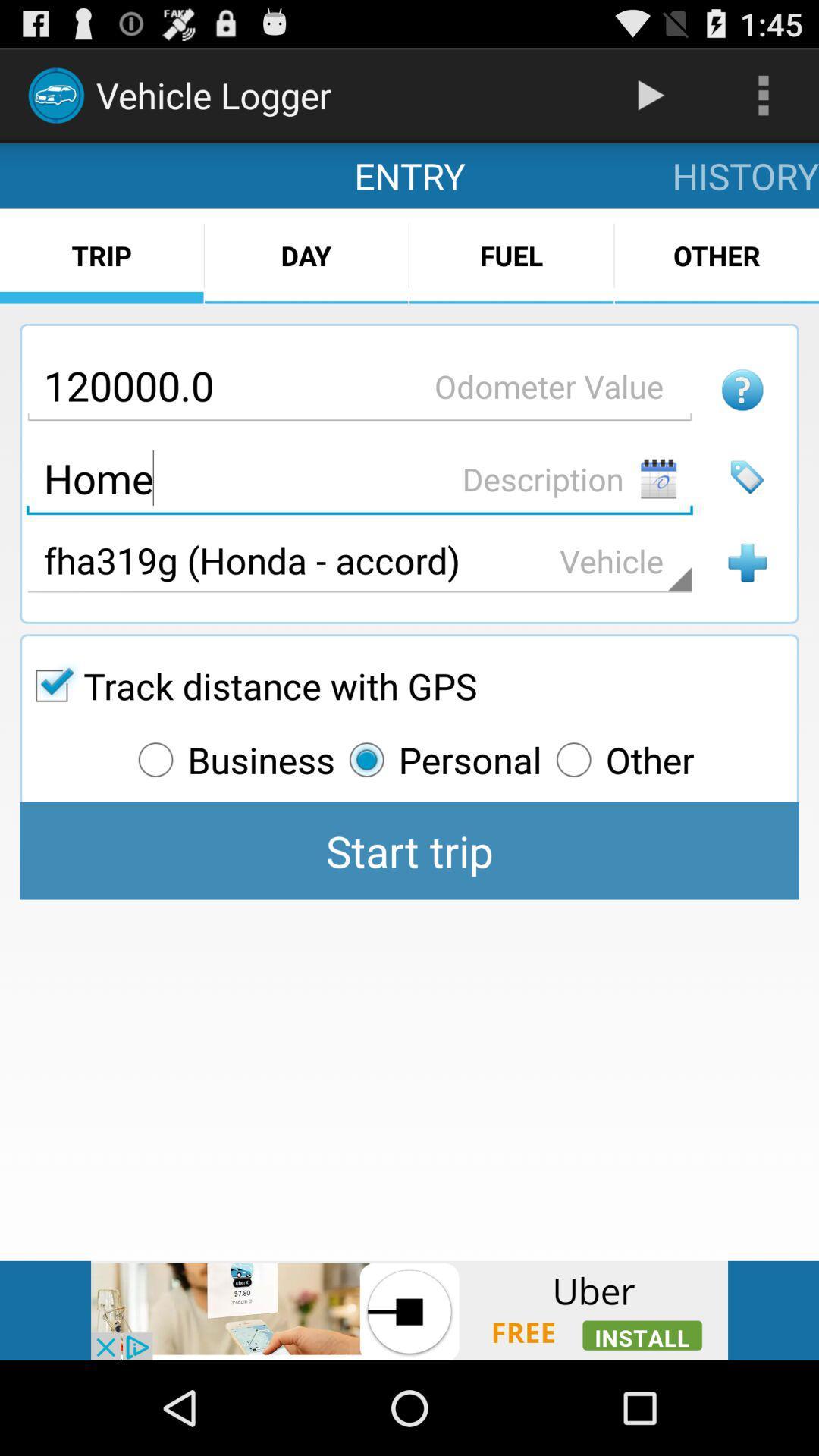 Image resolution: width=819 pixels, height=1456 pixels. Describe the element at coordinates (409, 1310) in the screenshot. I see `install option` at that location.